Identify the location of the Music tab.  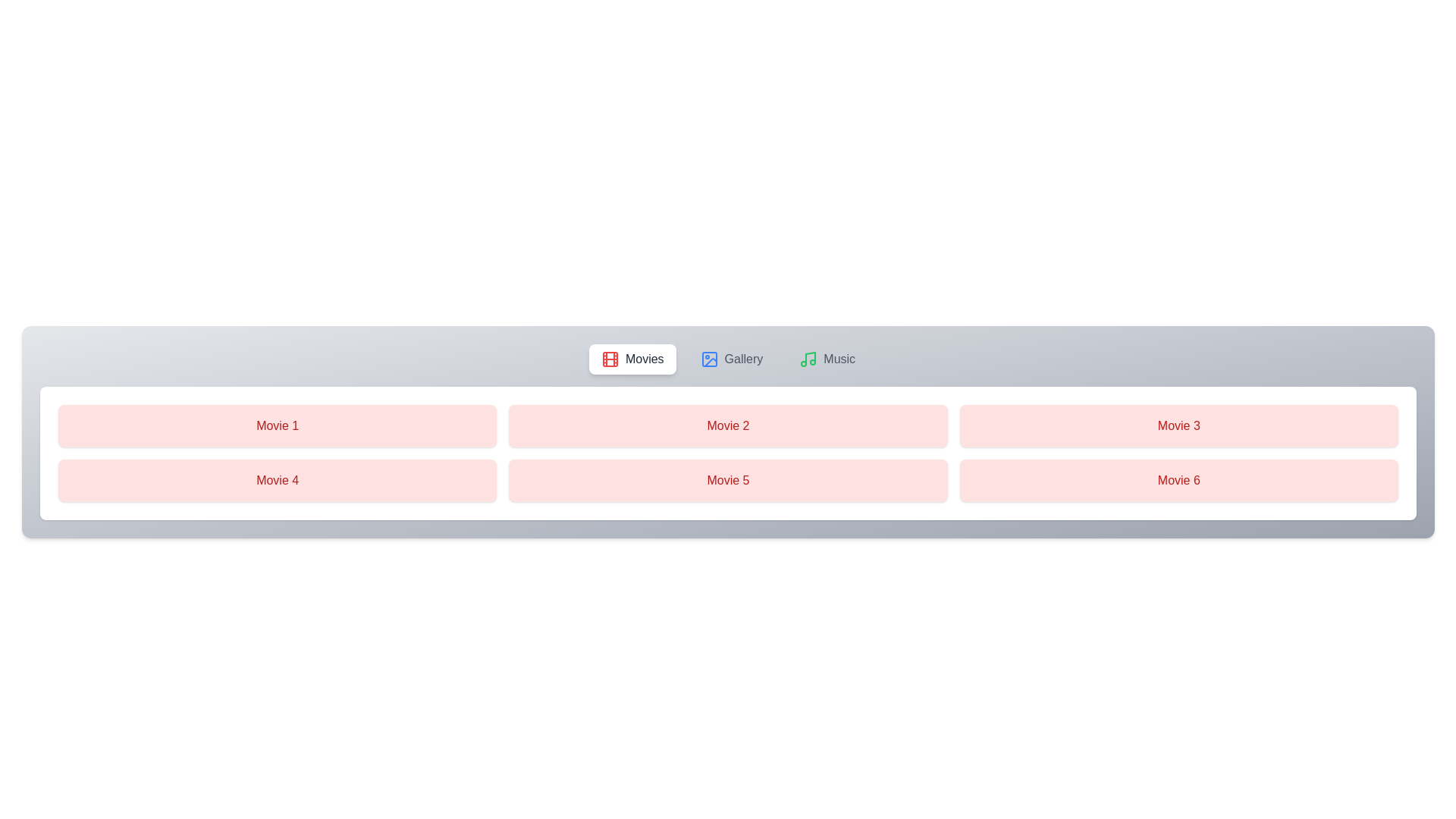
(826, 359).